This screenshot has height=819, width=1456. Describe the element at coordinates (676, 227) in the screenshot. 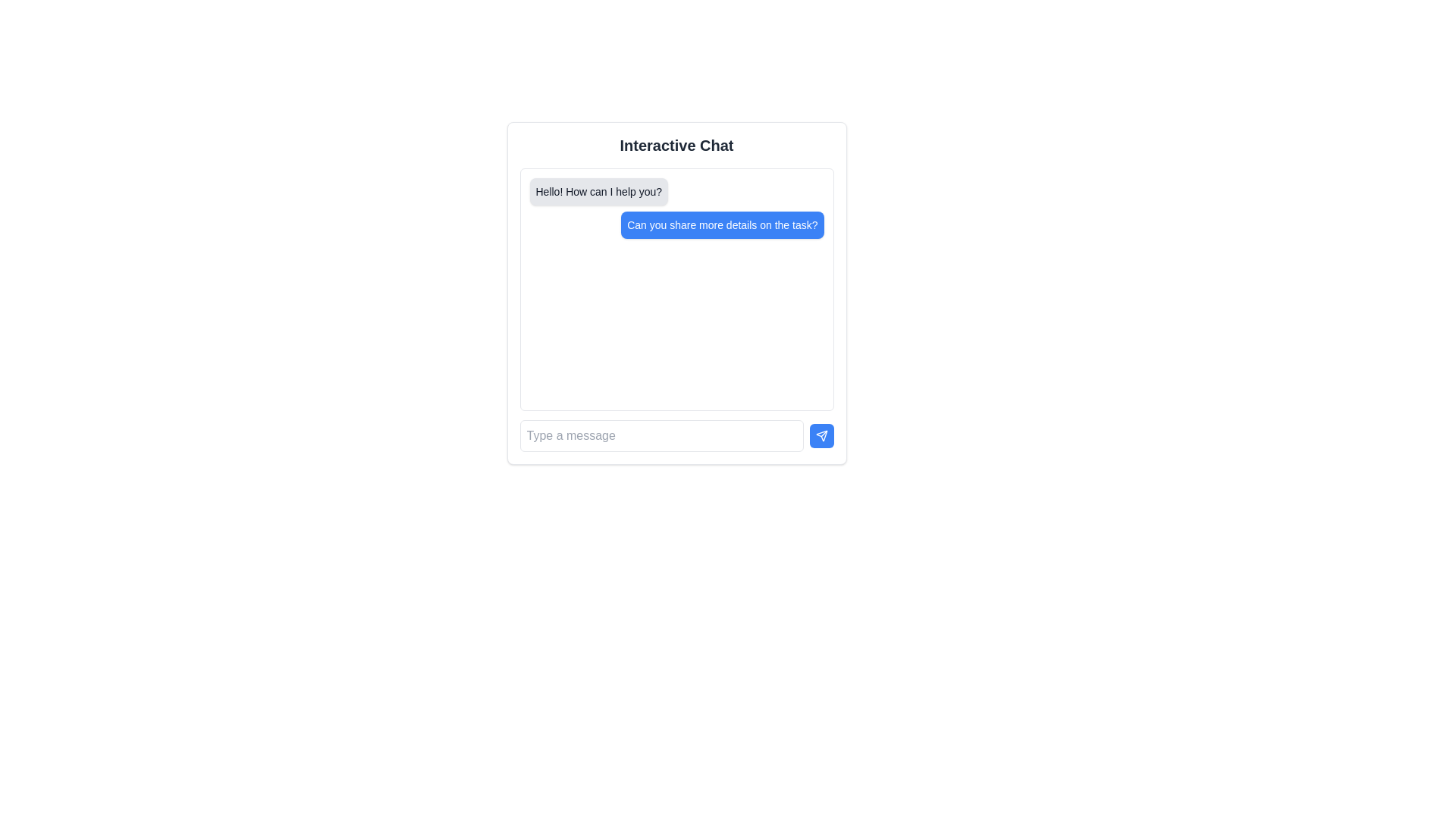

I see `the blue text bubble containing the message 'Can you share more details on the task?' by moving the cursor to its center point` at that location.